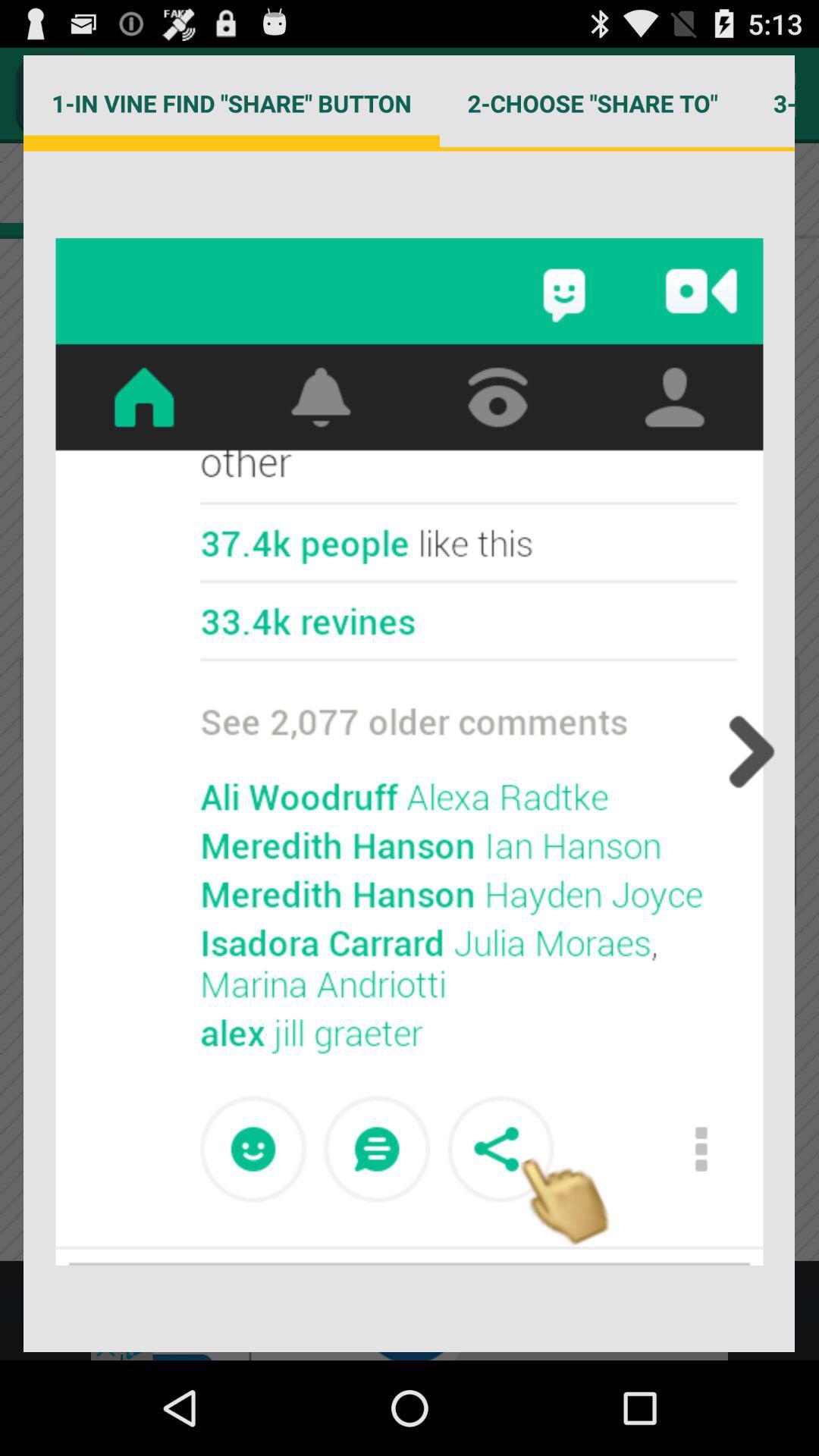 Image resolution: width=819 pixels, height=1456 pixels. Describe the element at coordinates (591, 102) in the screenshot. I see `the app to the left of the 3-choose vdownloadr app` at that location.